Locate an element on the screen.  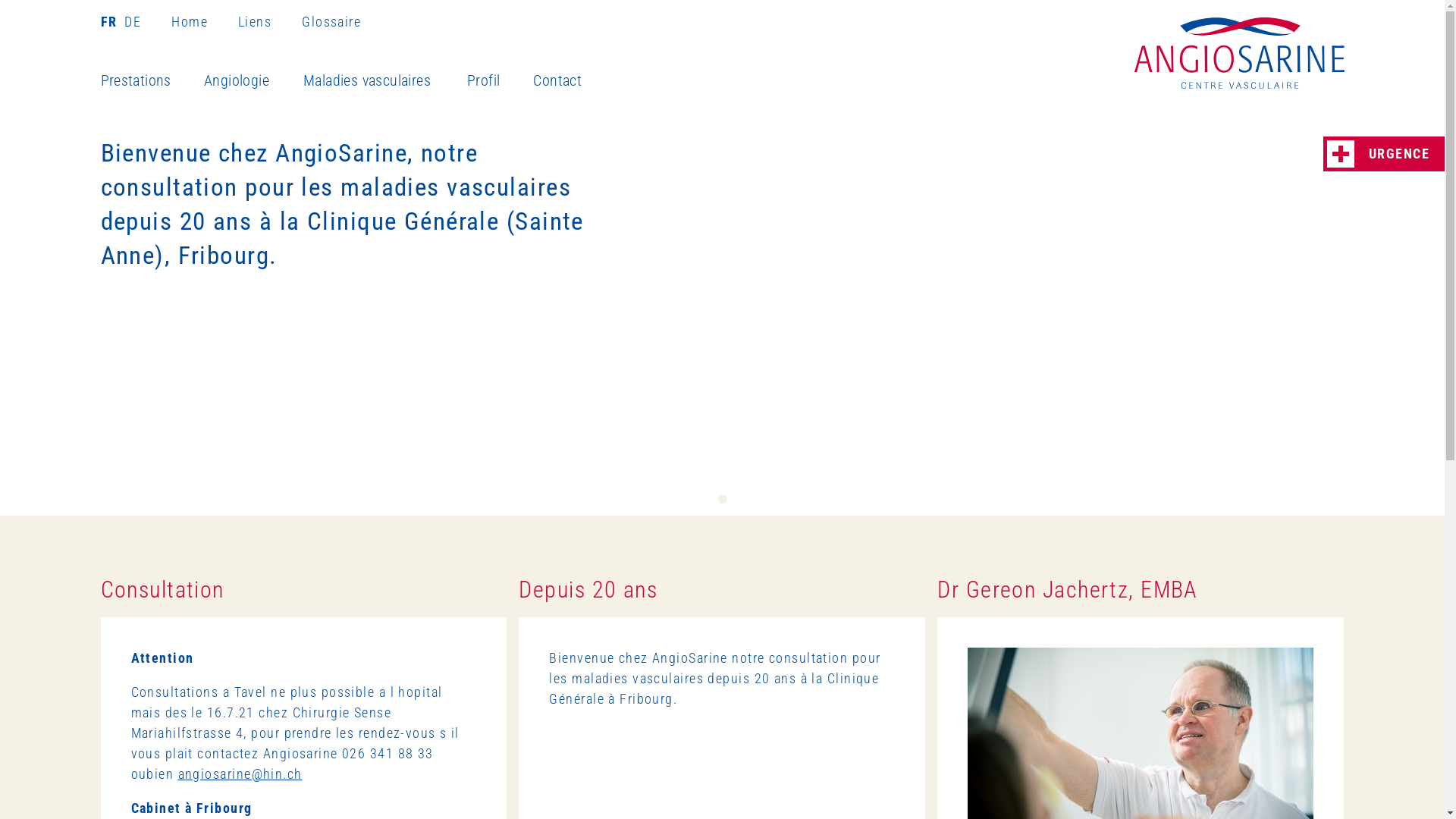
'Liens' is located at coordinates (269, 21).